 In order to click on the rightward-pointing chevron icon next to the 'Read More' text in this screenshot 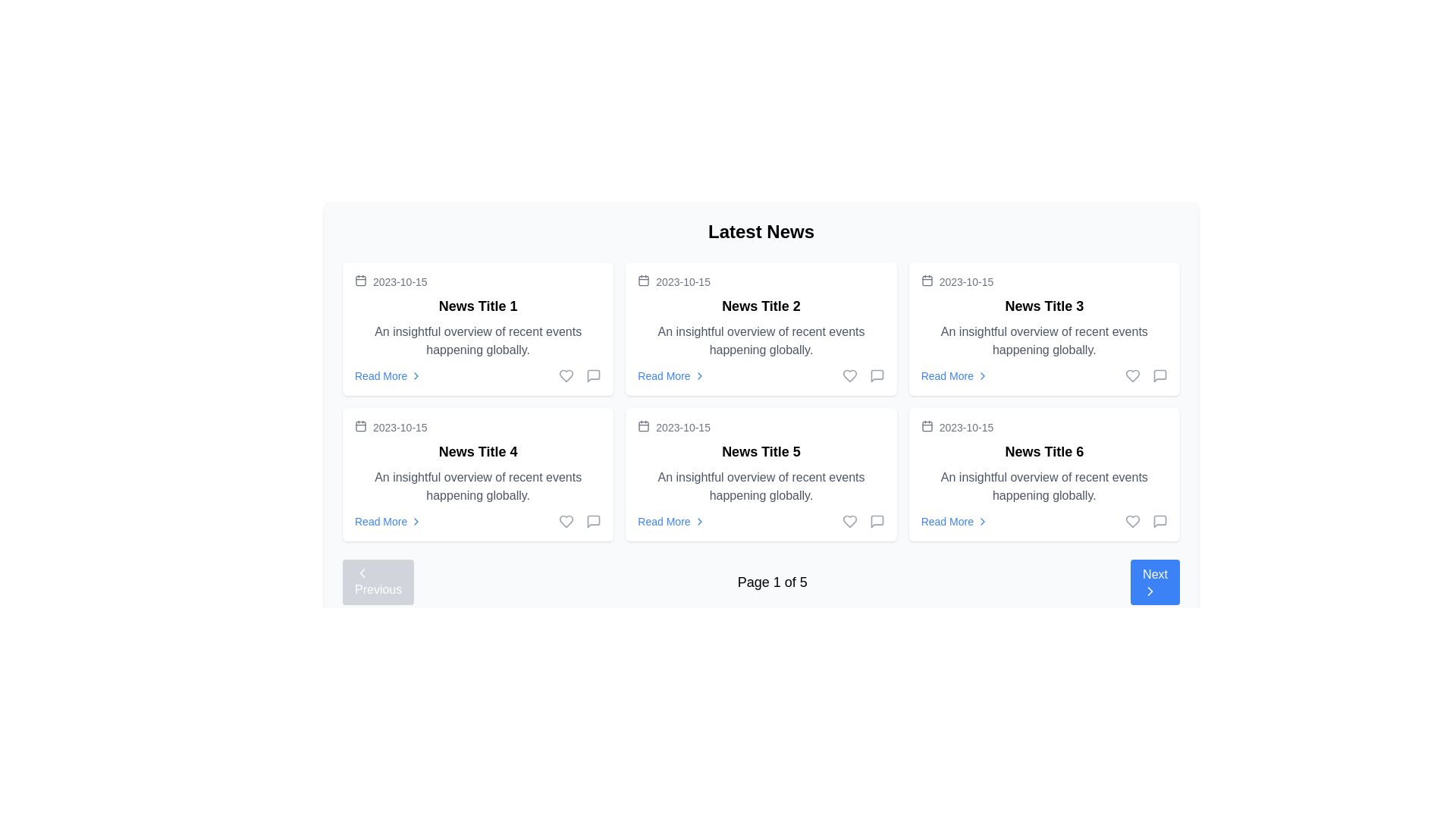, I will do `click(416, 375)`.